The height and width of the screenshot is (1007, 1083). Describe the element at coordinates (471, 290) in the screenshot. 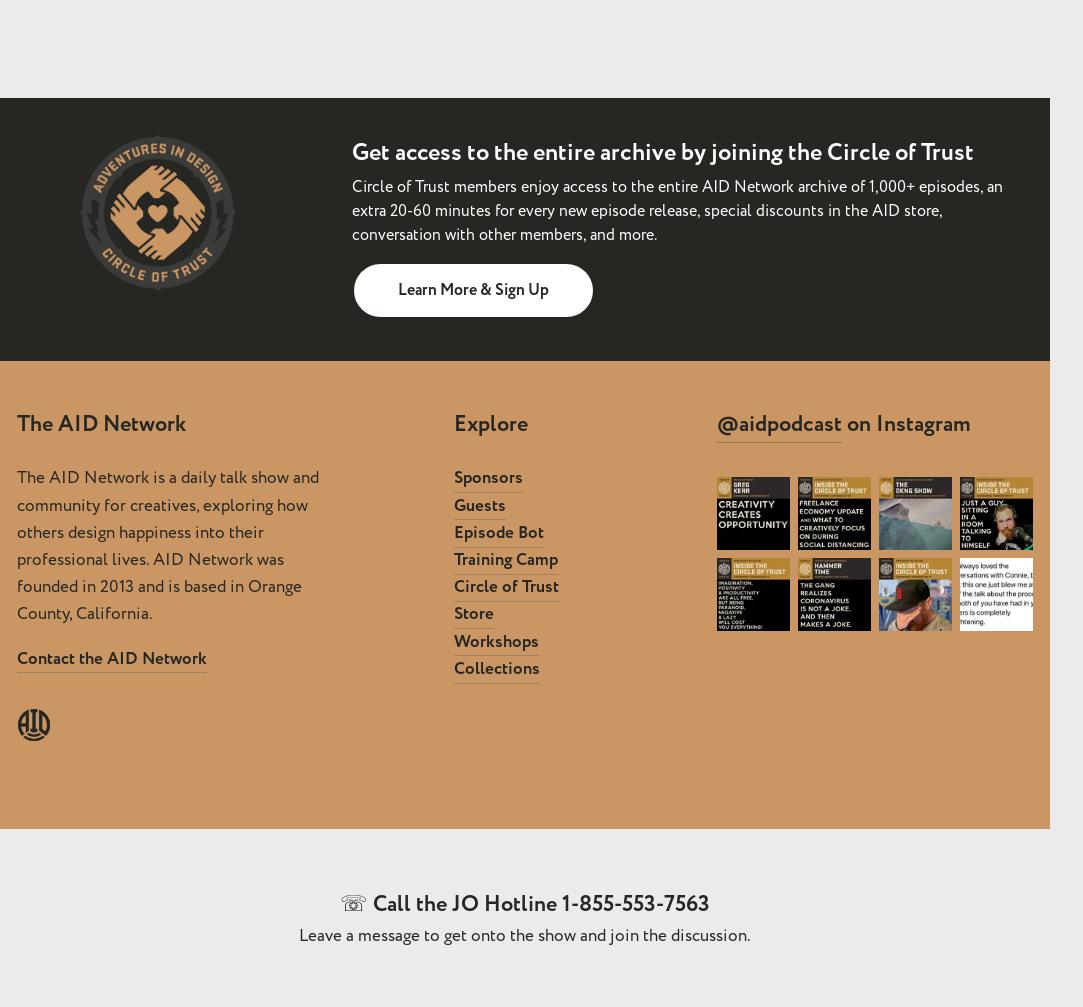

I see `'Learn More & Sign Up'` at that location.